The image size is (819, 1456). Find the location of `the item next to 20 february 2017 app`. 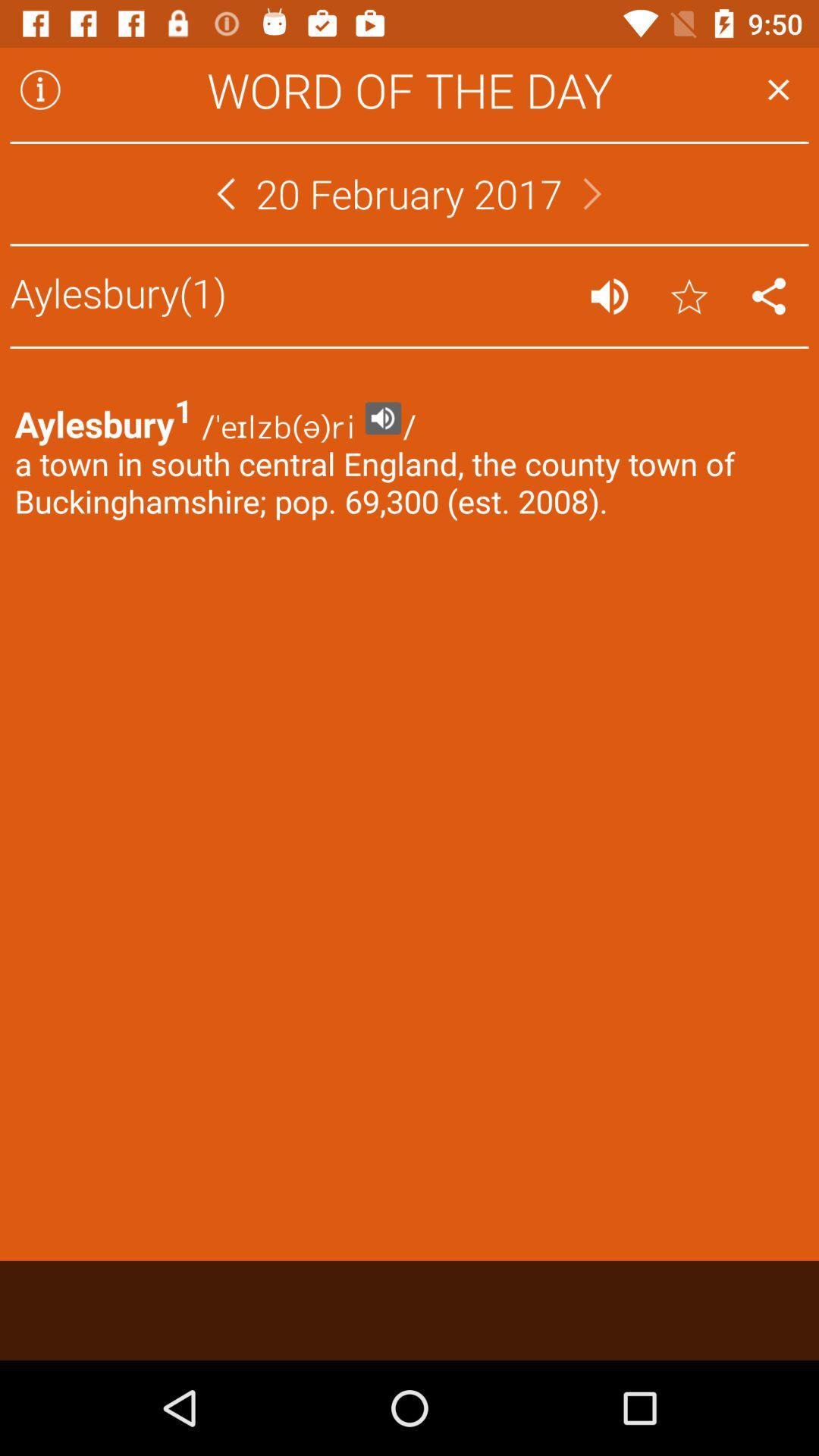

the item next to 20 february 2017 app is located at coordinates (591, 193).